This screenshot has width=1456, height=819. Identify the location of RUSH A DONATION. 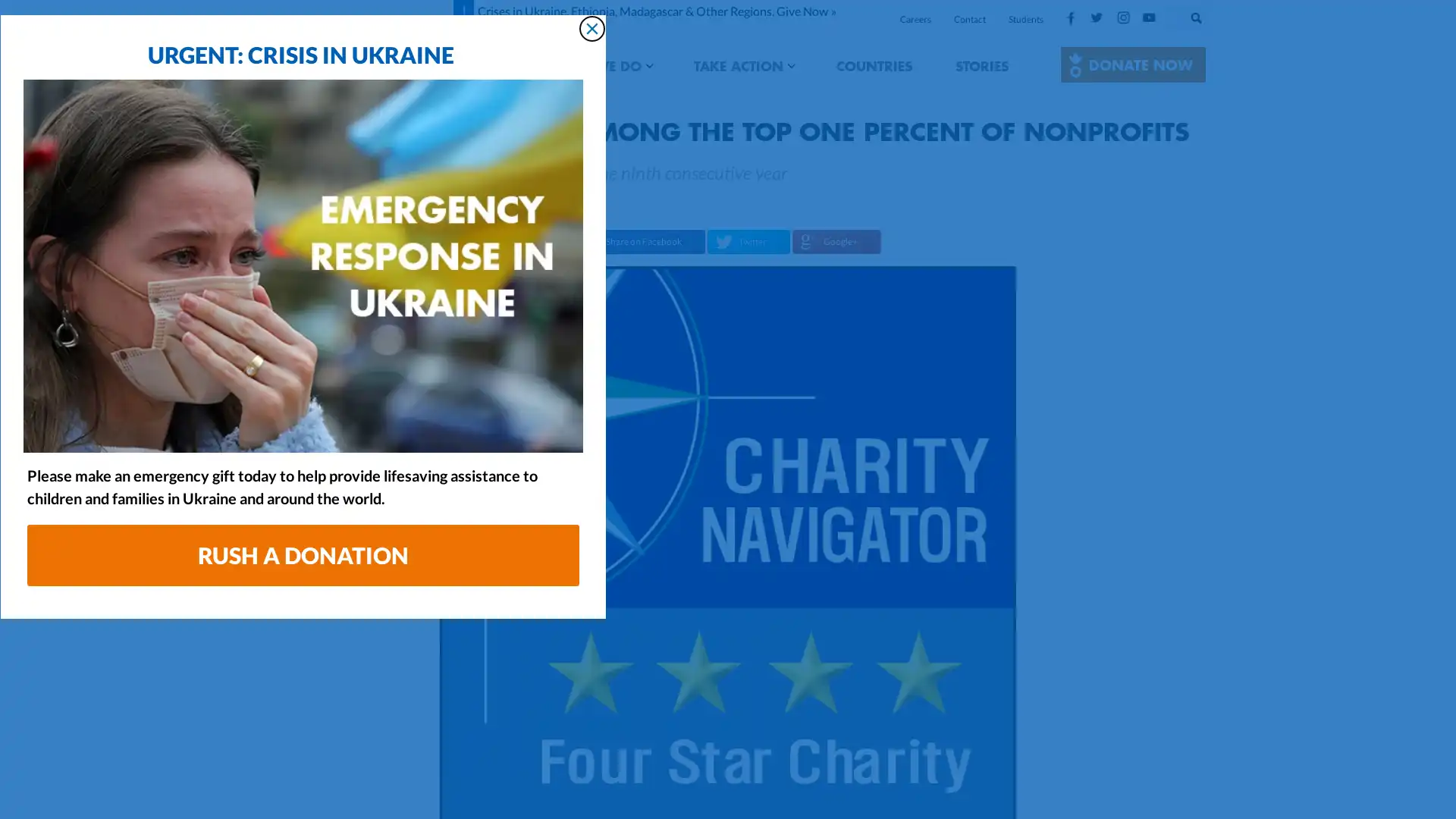
(728, 648).